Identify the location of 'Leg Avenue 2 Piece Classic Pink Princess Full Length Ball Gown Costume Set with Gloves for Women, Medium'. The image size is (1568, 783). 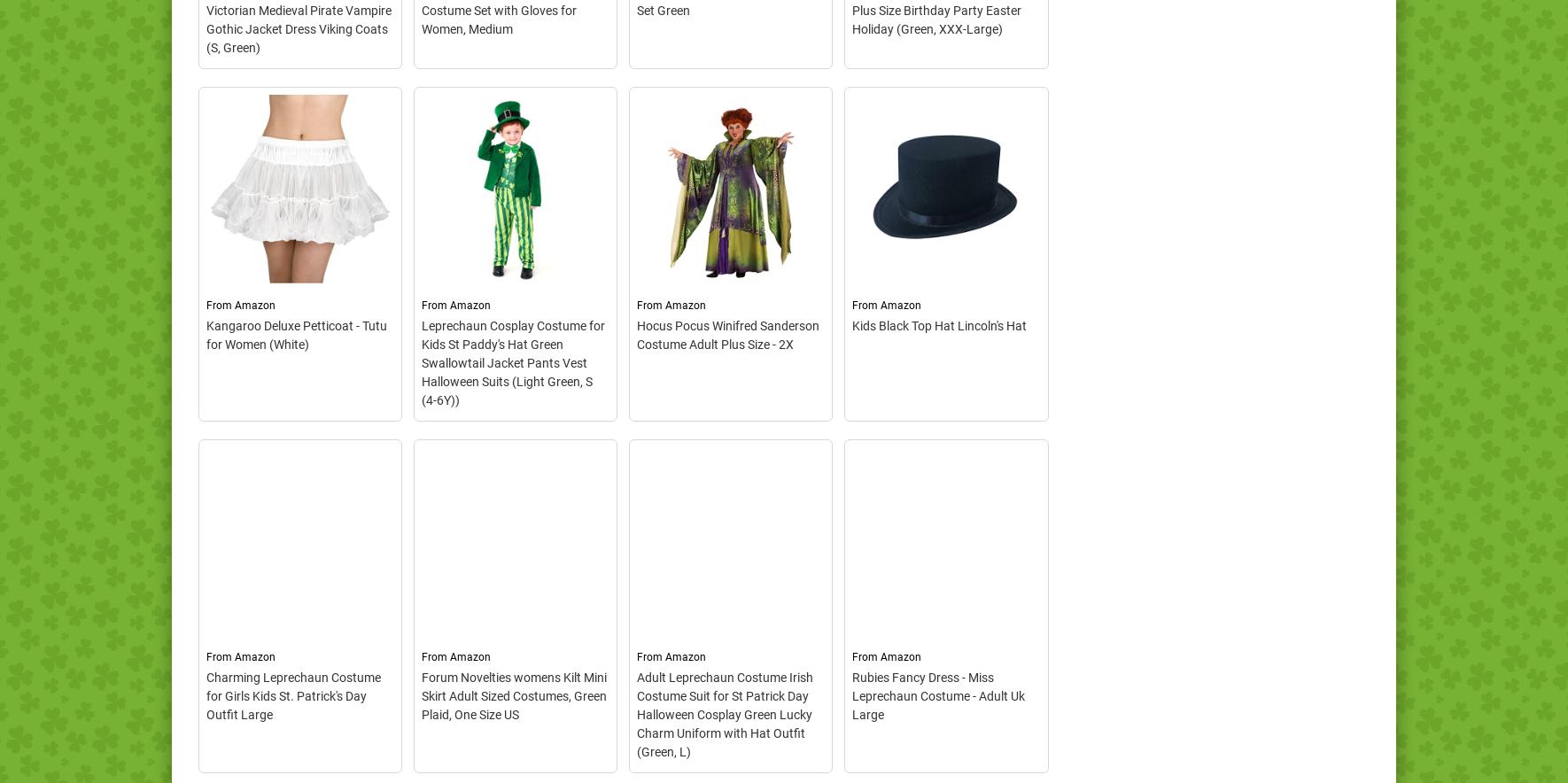
(512, 200).